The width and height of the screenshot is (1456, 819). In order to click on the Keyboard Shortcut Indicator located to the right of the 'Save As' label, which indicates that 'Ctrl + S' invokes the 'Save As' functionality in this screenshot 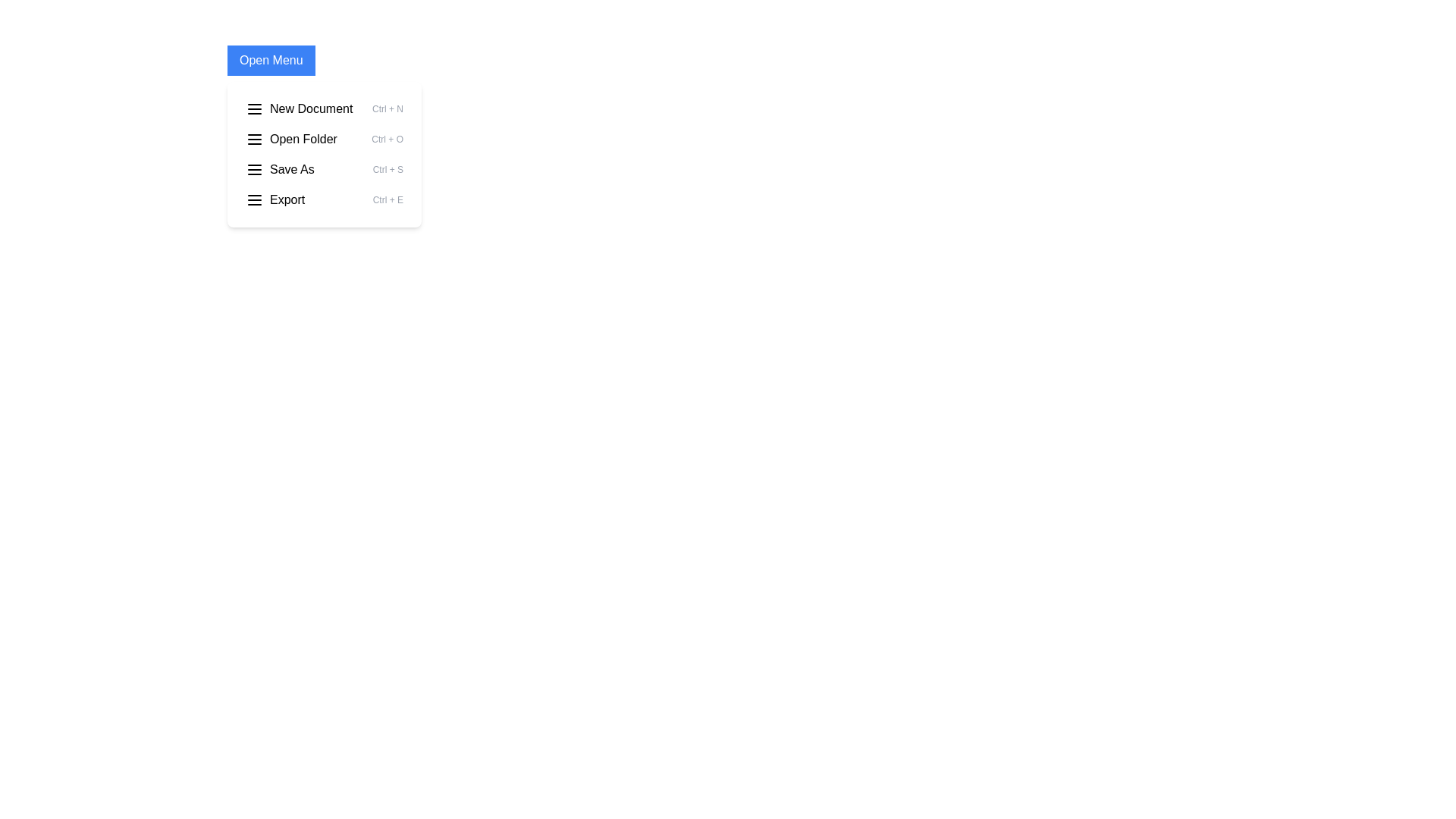, I will do `click(388, 169)`.